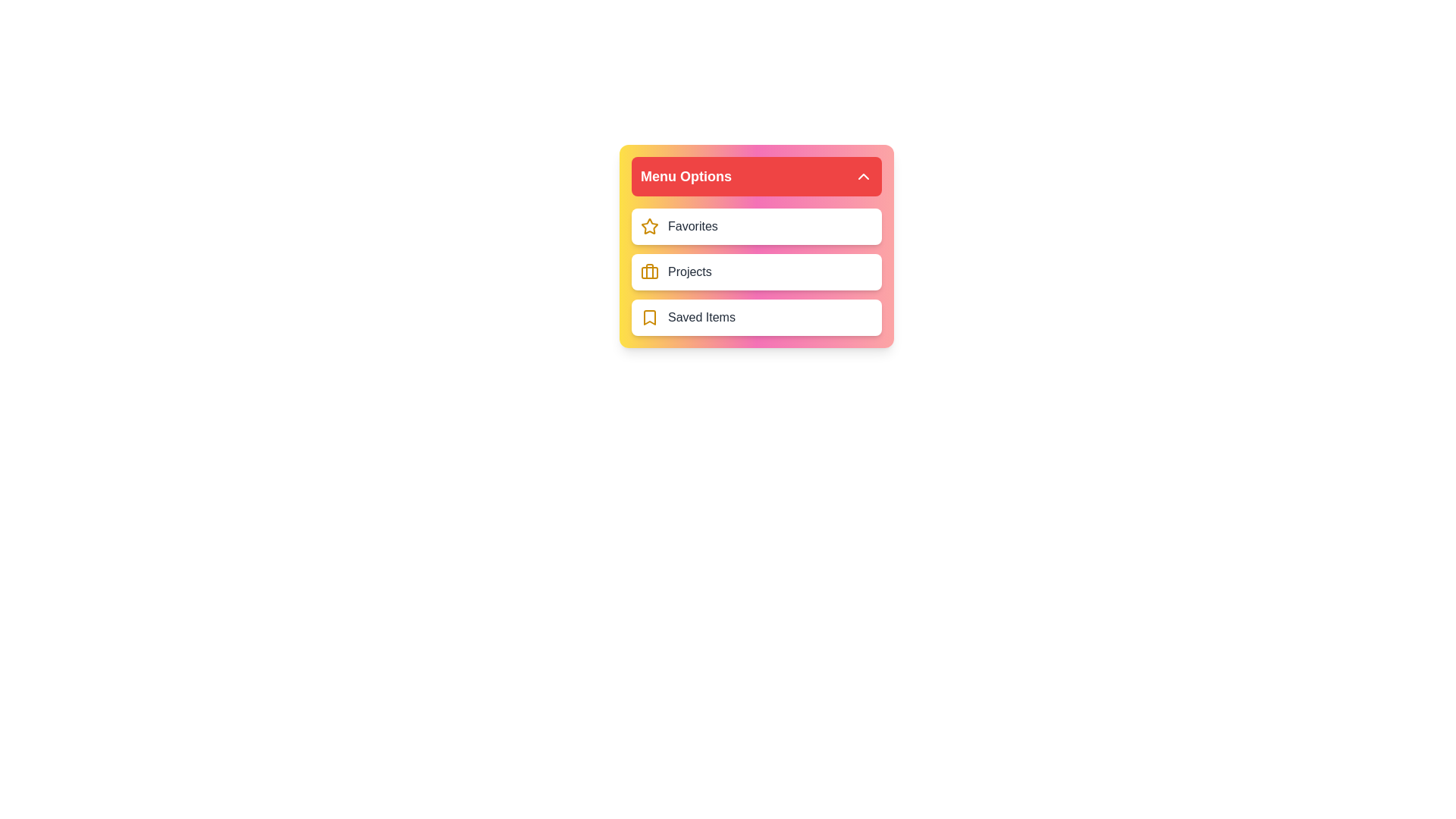  Describe the element at coordinates (757, 317) in the screenshot. I see `the menu item labeled Saved Items to observe its hover effect` at that location.